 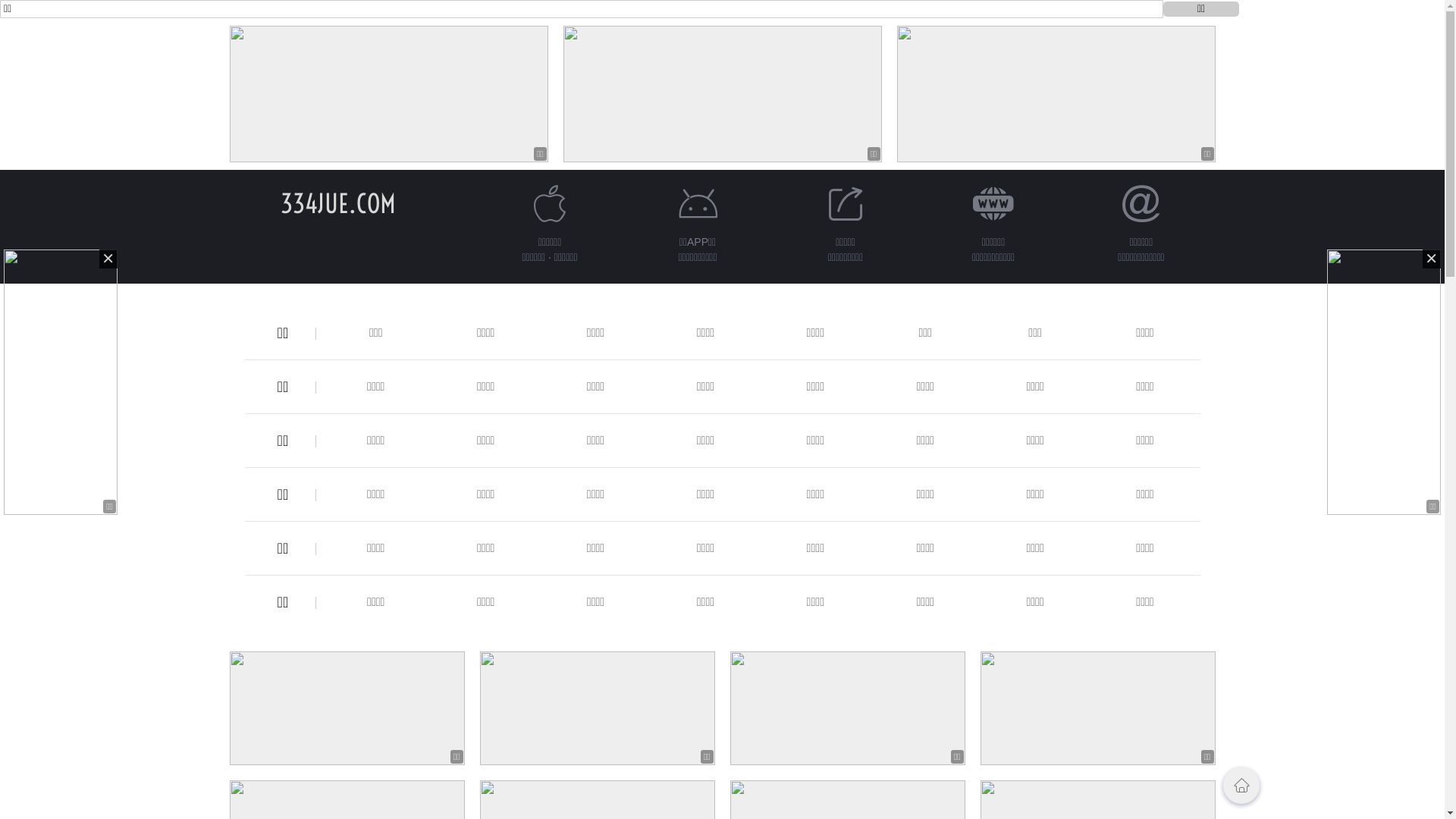 I want to click on '334JUE.COM', so click(x=337, y=202).